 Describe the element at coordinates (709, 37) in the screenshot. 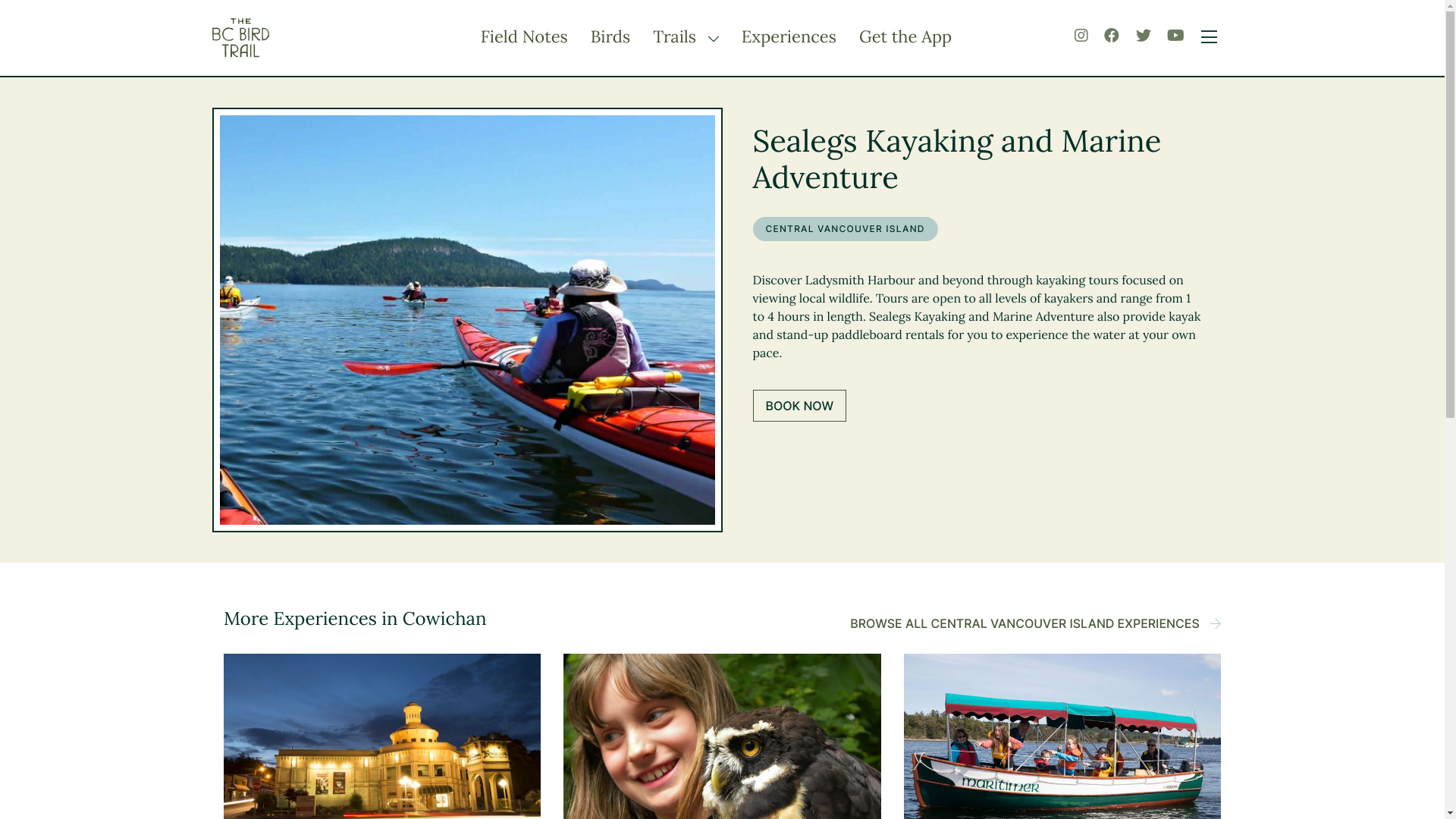

I see `'TOGGLE DROPDOWN'` at that location.